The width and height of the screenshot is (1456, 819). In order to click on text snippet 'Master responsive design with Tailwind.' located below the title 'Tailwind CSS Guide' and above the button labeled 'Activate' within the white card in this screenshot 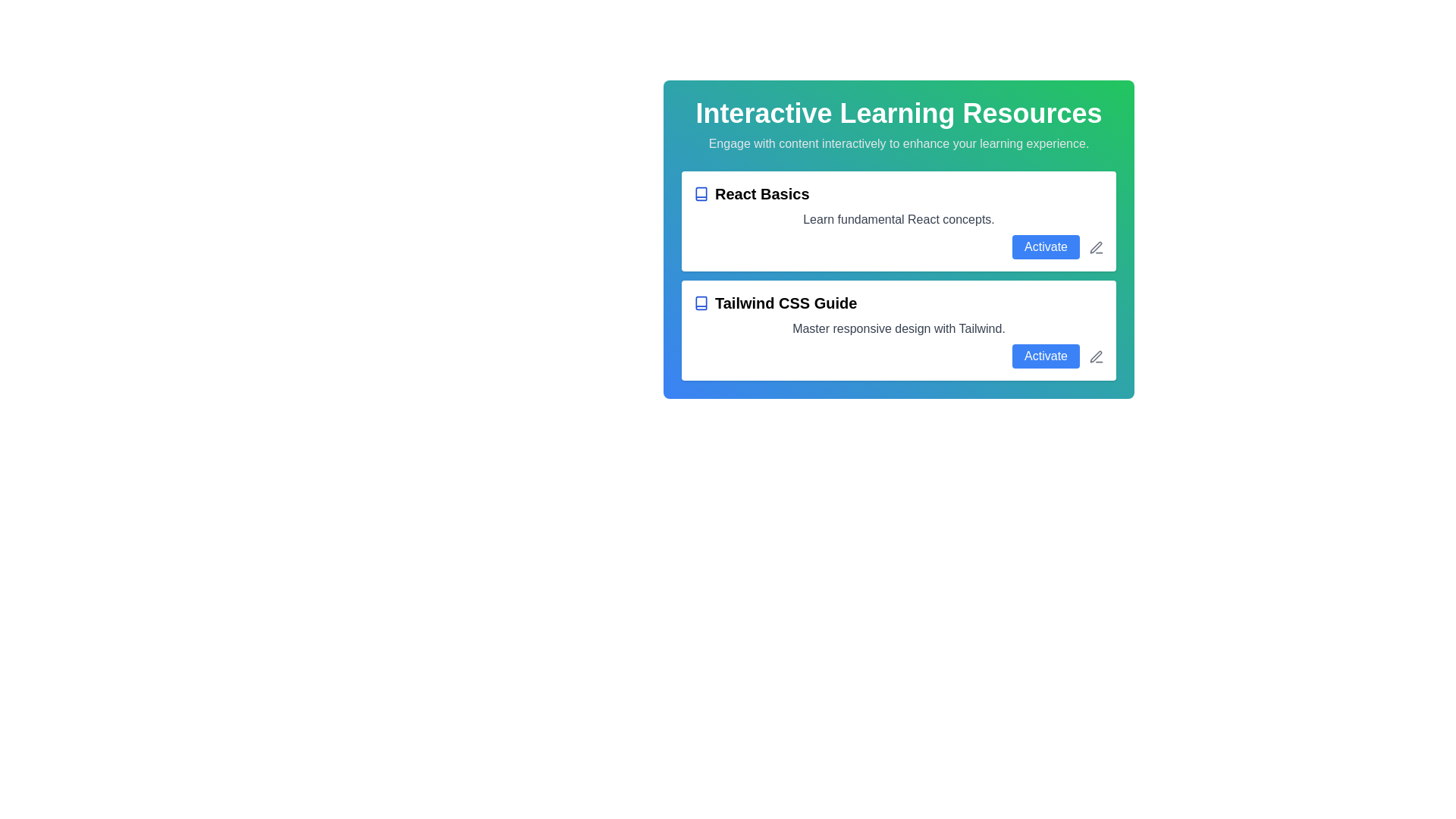, I will do `click(899, 328)`.